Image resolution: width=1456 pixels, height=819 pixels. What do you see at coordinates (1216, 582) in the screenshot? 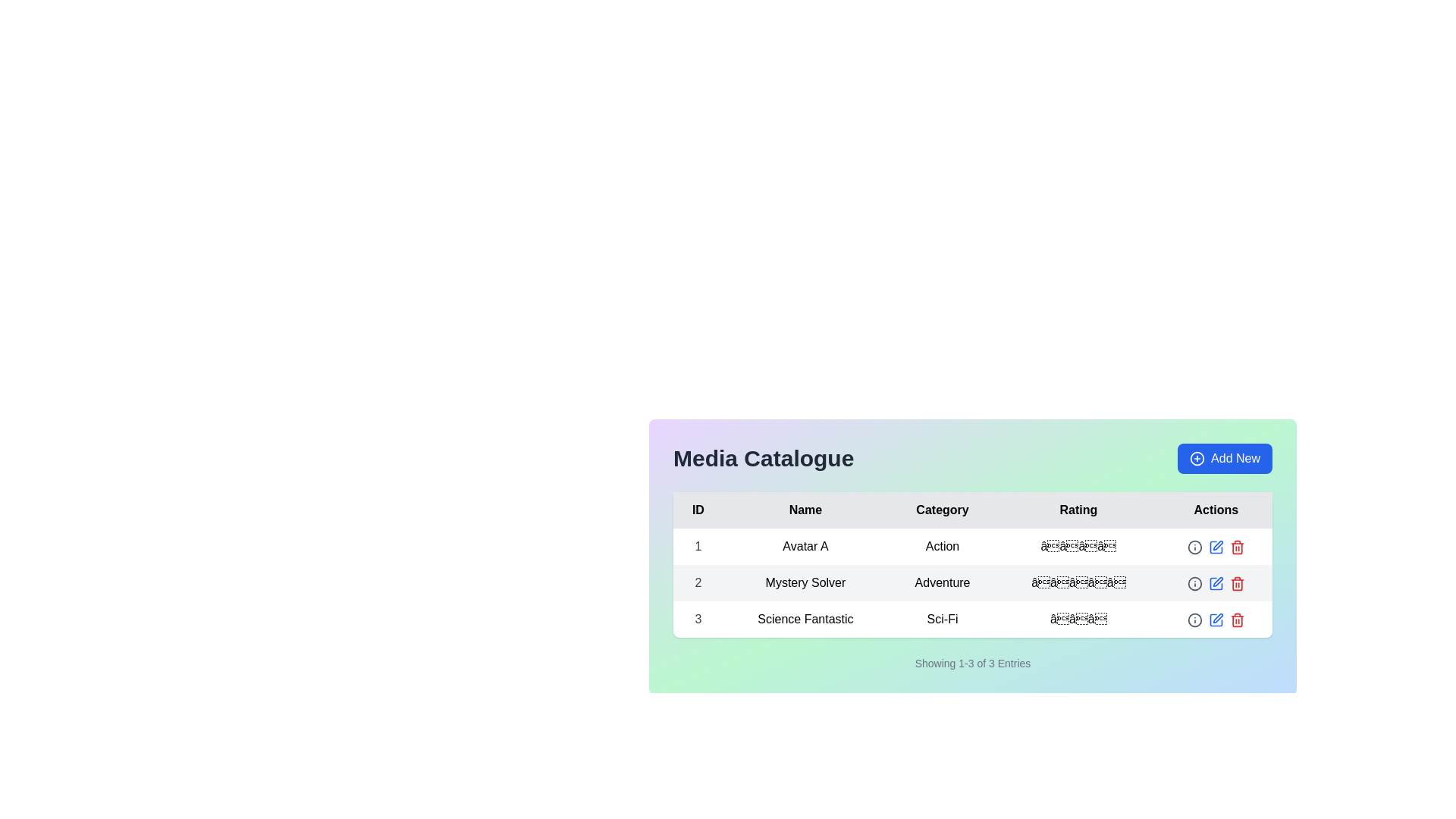
I see `the small square icon with a slanted line in the 'Actions' column of the third row for the 'Science Fantastic' entry` at bounding box center [1216, 582].